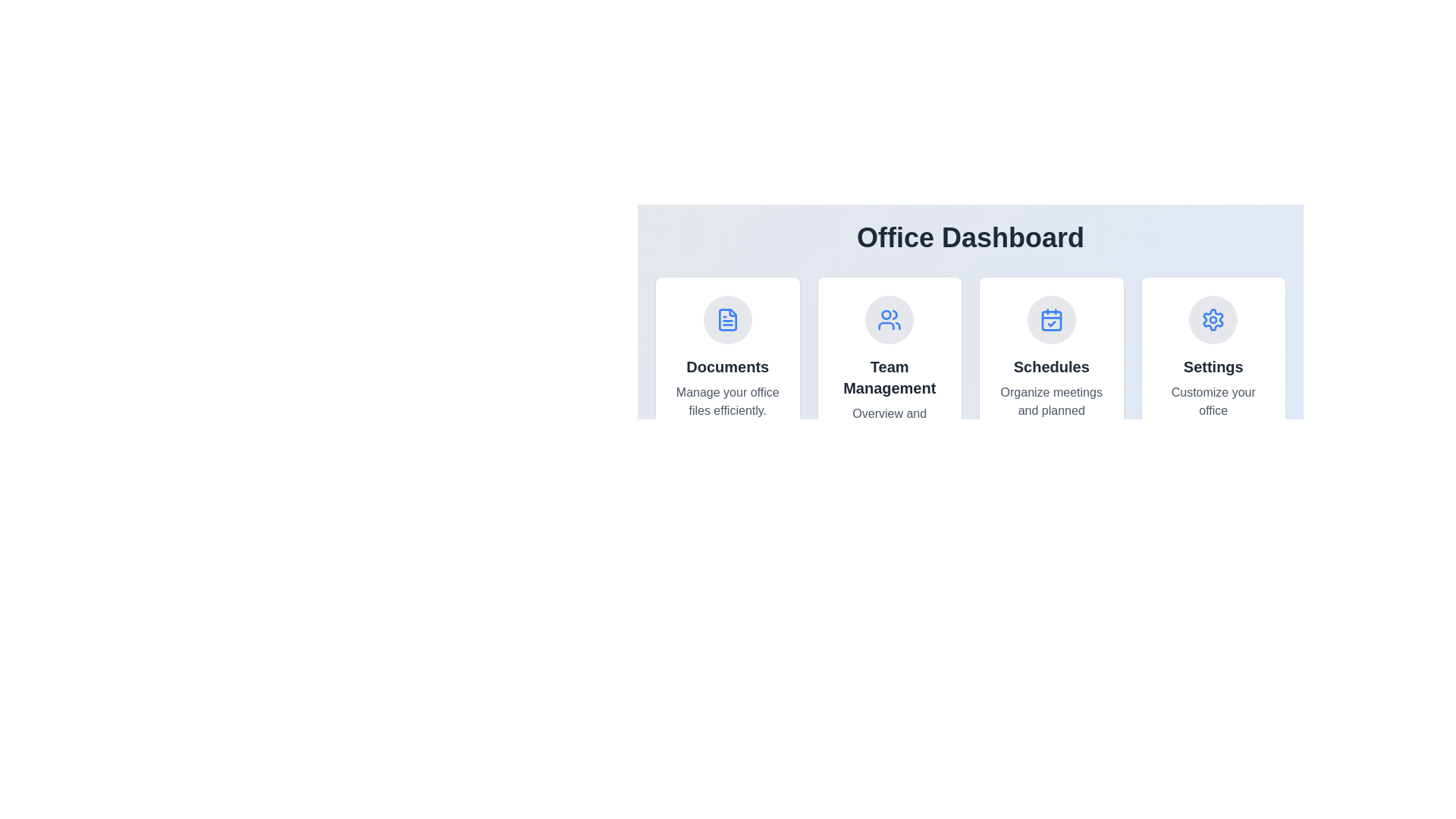 The image size is (1456, 819). Describe the element at coordinates (1050, 320) in the screenshot. I see `the SVG rectangle element within the calendar icon that serves as the background for the checkmark` at that location.